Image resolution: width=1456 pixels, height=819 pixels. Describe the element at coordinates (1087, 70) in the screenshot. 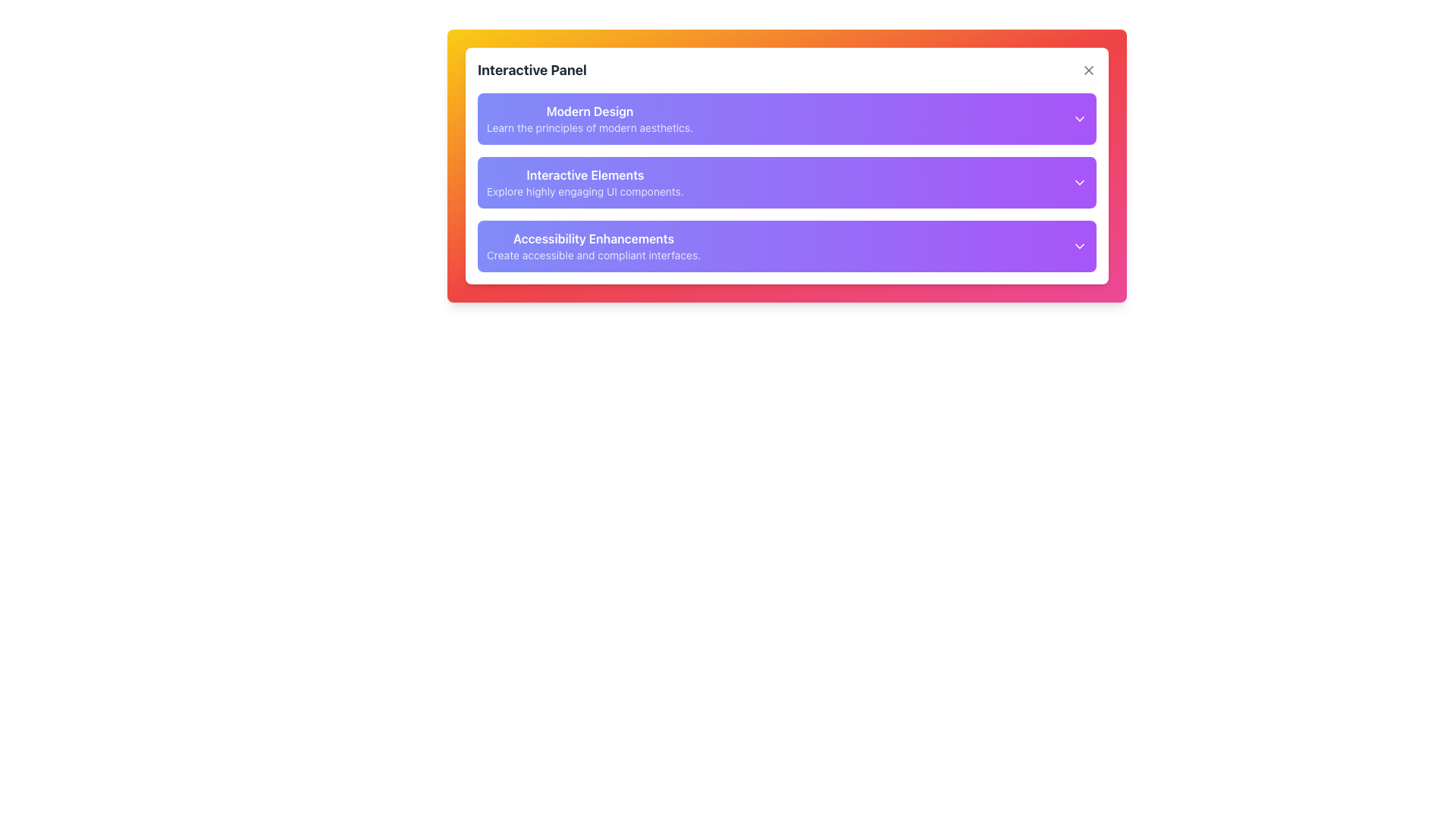

I see `the graphical 'close' or 'cancel' button located near the top-right corner of the interface header` at that location.